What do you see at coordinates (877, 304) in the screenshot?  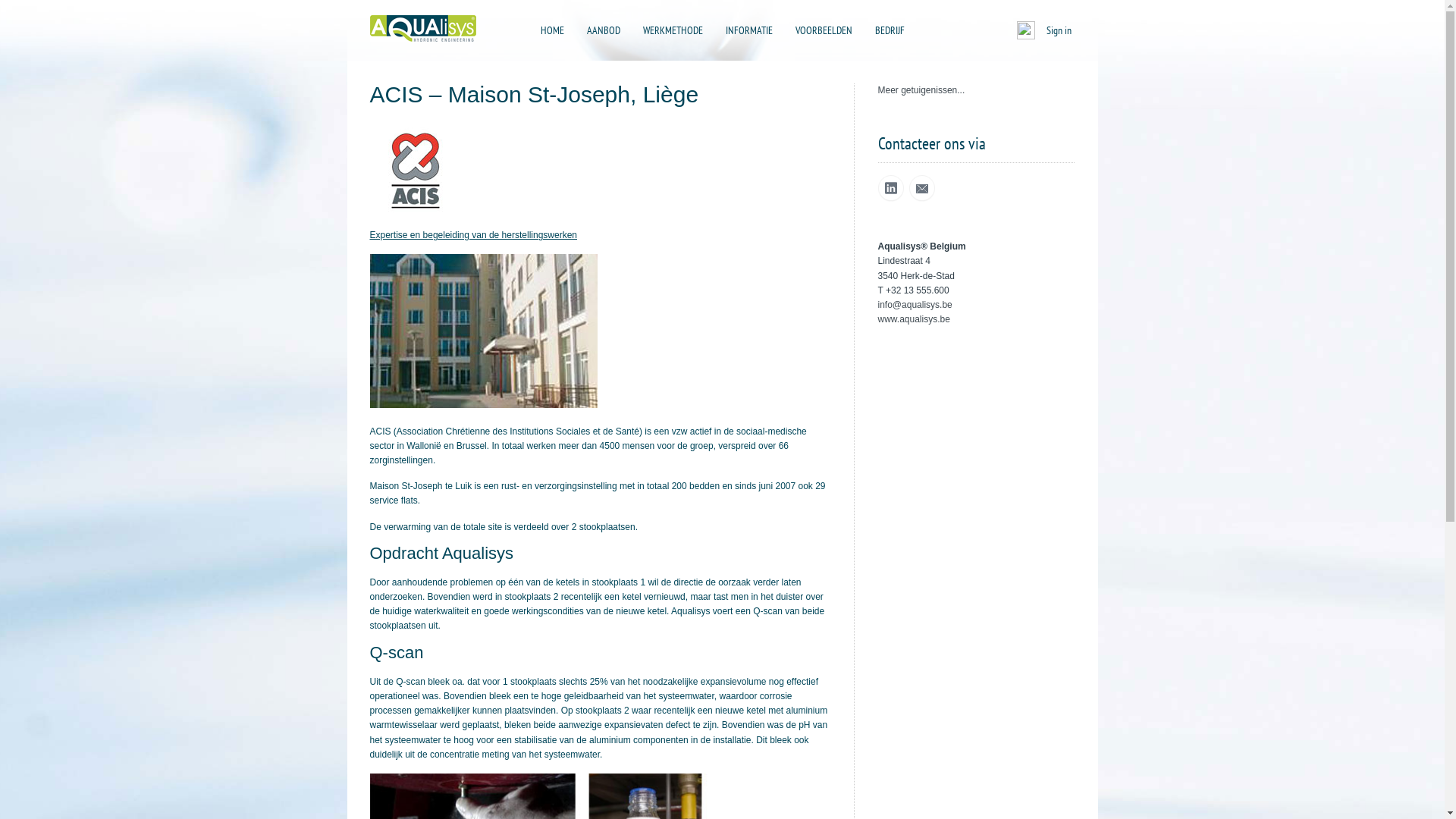 I see `'info@aqualisys.be'` at bounding box center [877, 304].